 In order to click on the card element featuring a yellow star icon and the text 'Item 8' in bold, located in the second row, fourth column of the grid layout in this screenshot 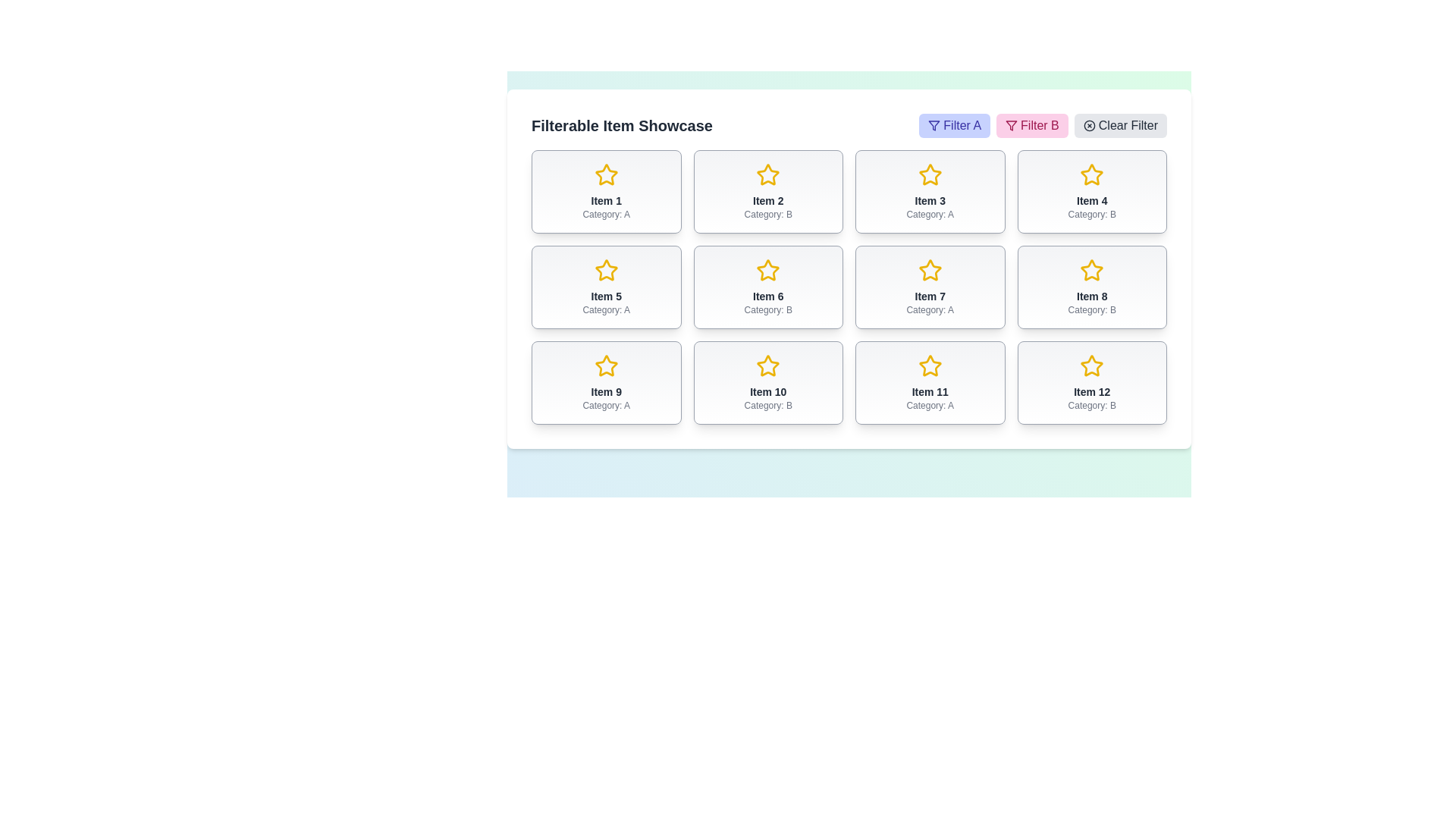, I will do `click(1092, 287)`.